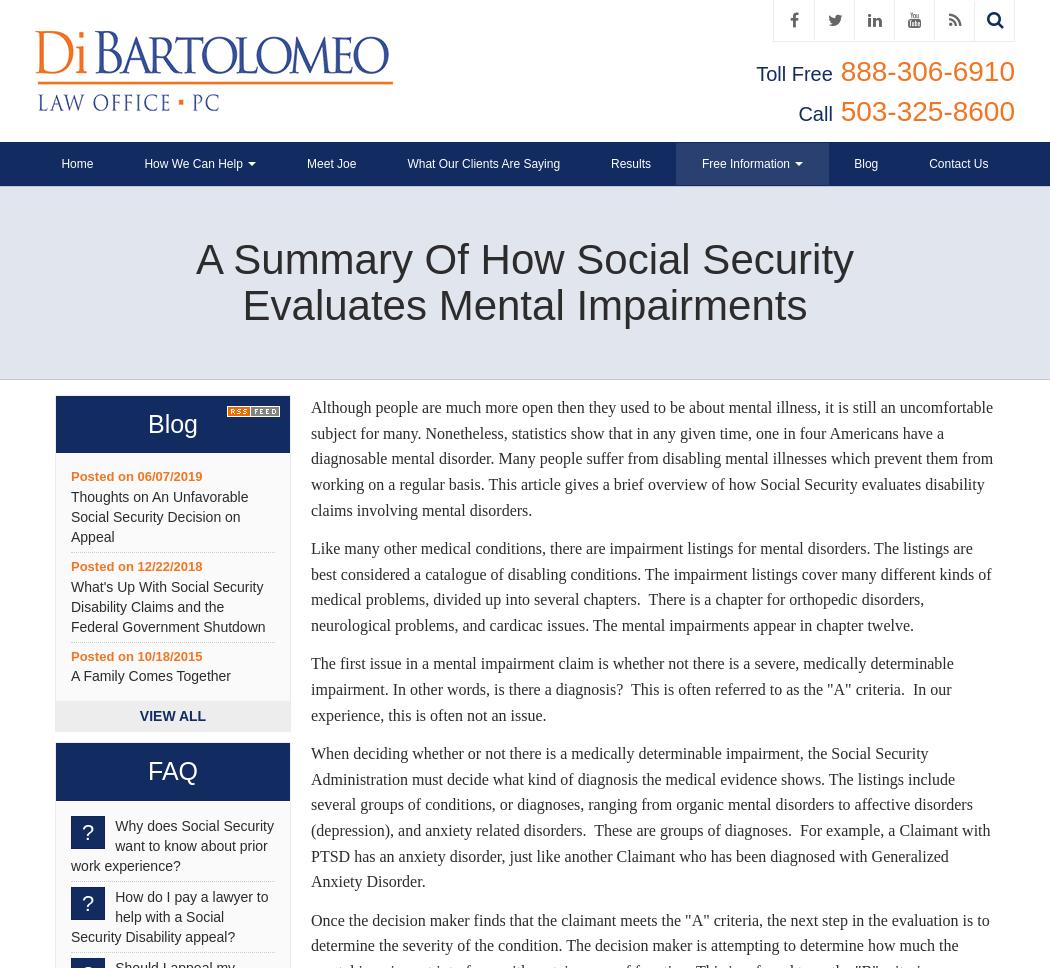  I want to click on 'When deciding whether or not there is a medically determinable impairment, the Social Security Administration must decide what kind of diagnosis the medical evidence shows. The listings include several groups of conditions, or diagnoses, ranging from organic mental disorders to affective disorders (depression), and anxiety related disorders.  These are groups of diagnoses.  For example, a Claimant with PTSD has an anxiety disorder, just like another Claimant who has been diagnosed with Generalized Anxiety Disorder.', so click(311, 816).